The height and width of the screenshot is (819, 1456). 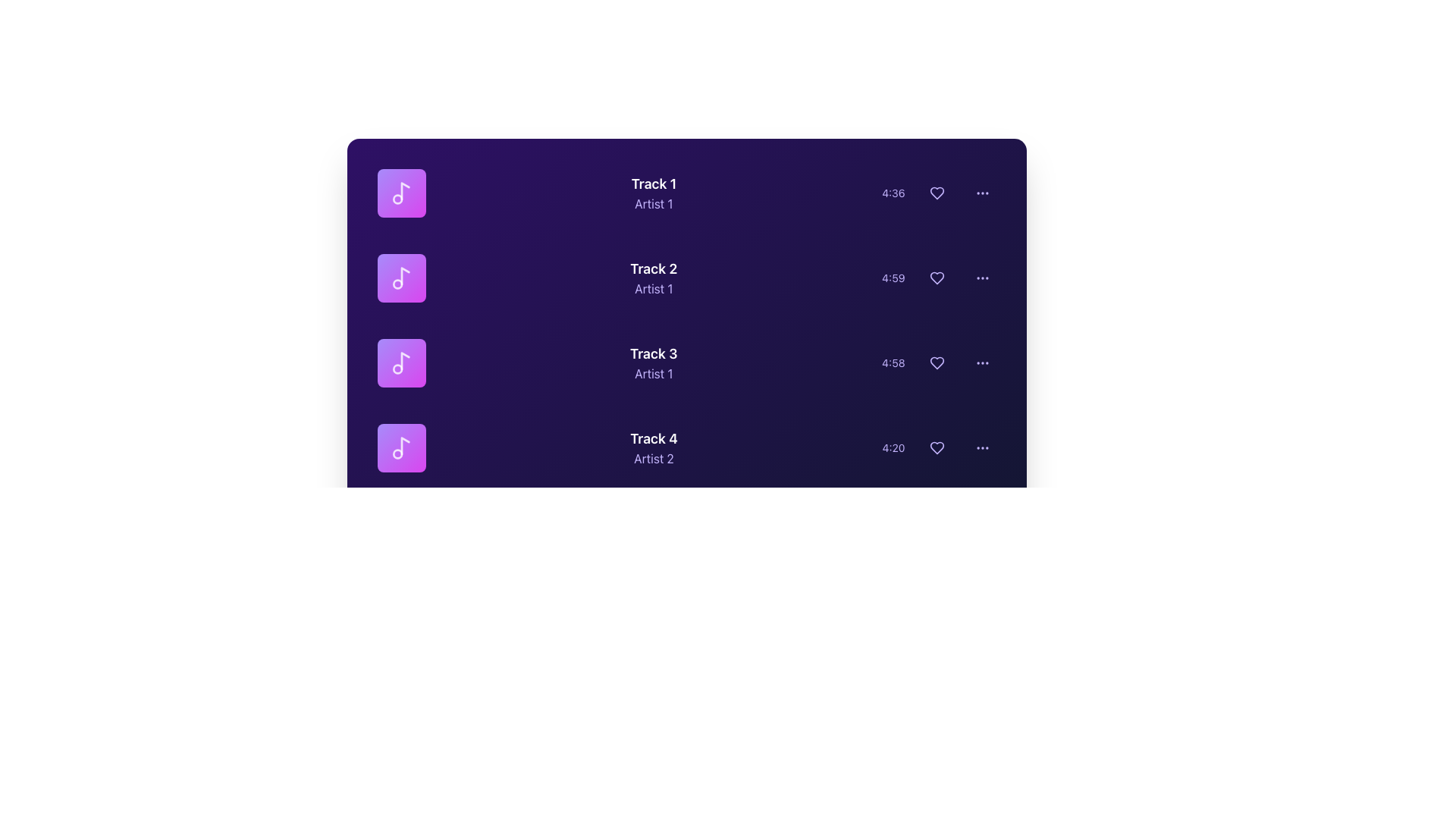 What do you see at coordinates (938, 192) in the screenshot?
I see `the heart-shaped icon, which is outlined and located between the time duration text and the ellipsis icon in the track representation` at bounding box center [938, 192].